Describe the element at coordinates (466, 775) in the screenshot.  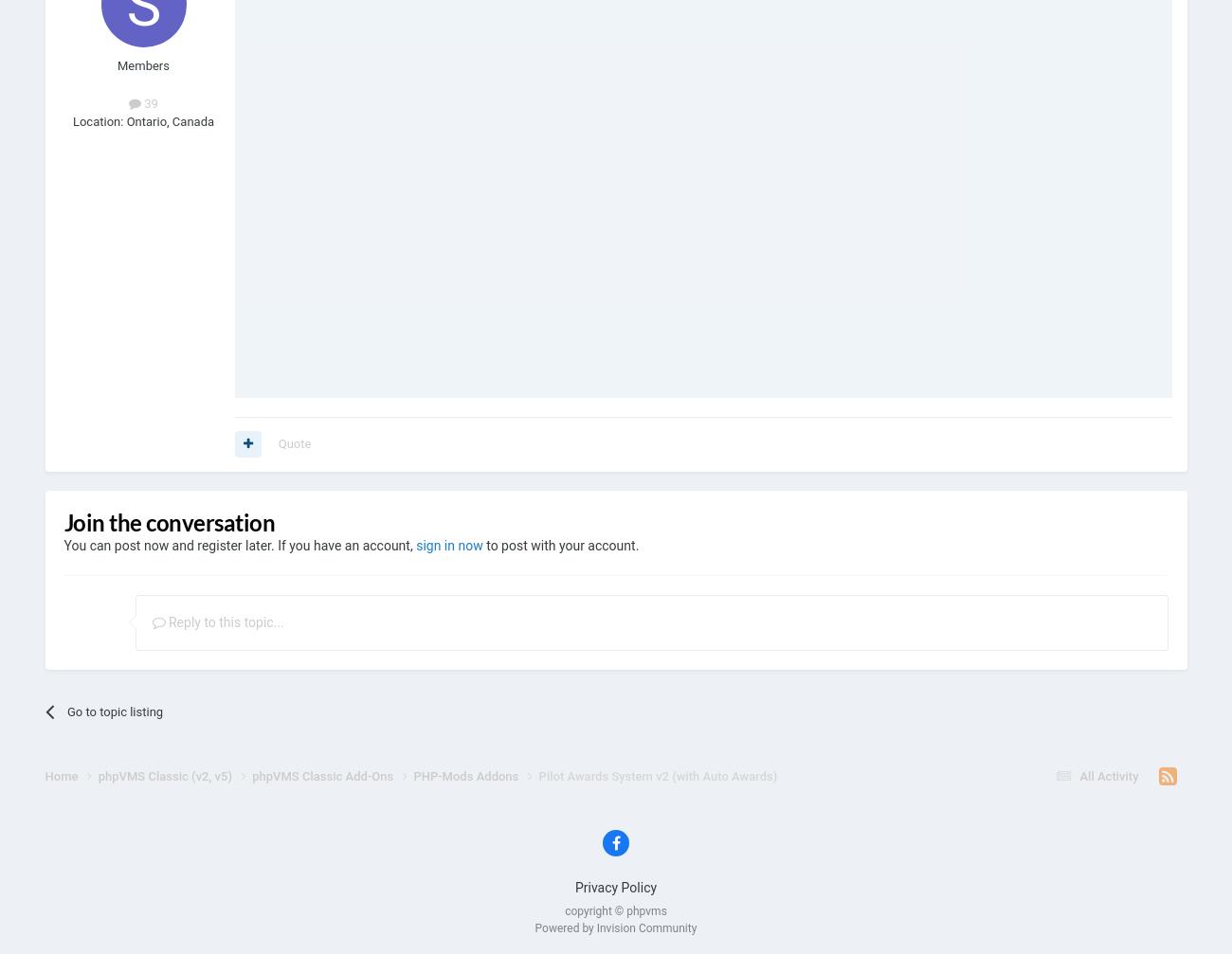
I see `'PHP-Mods Addons'` at that location.